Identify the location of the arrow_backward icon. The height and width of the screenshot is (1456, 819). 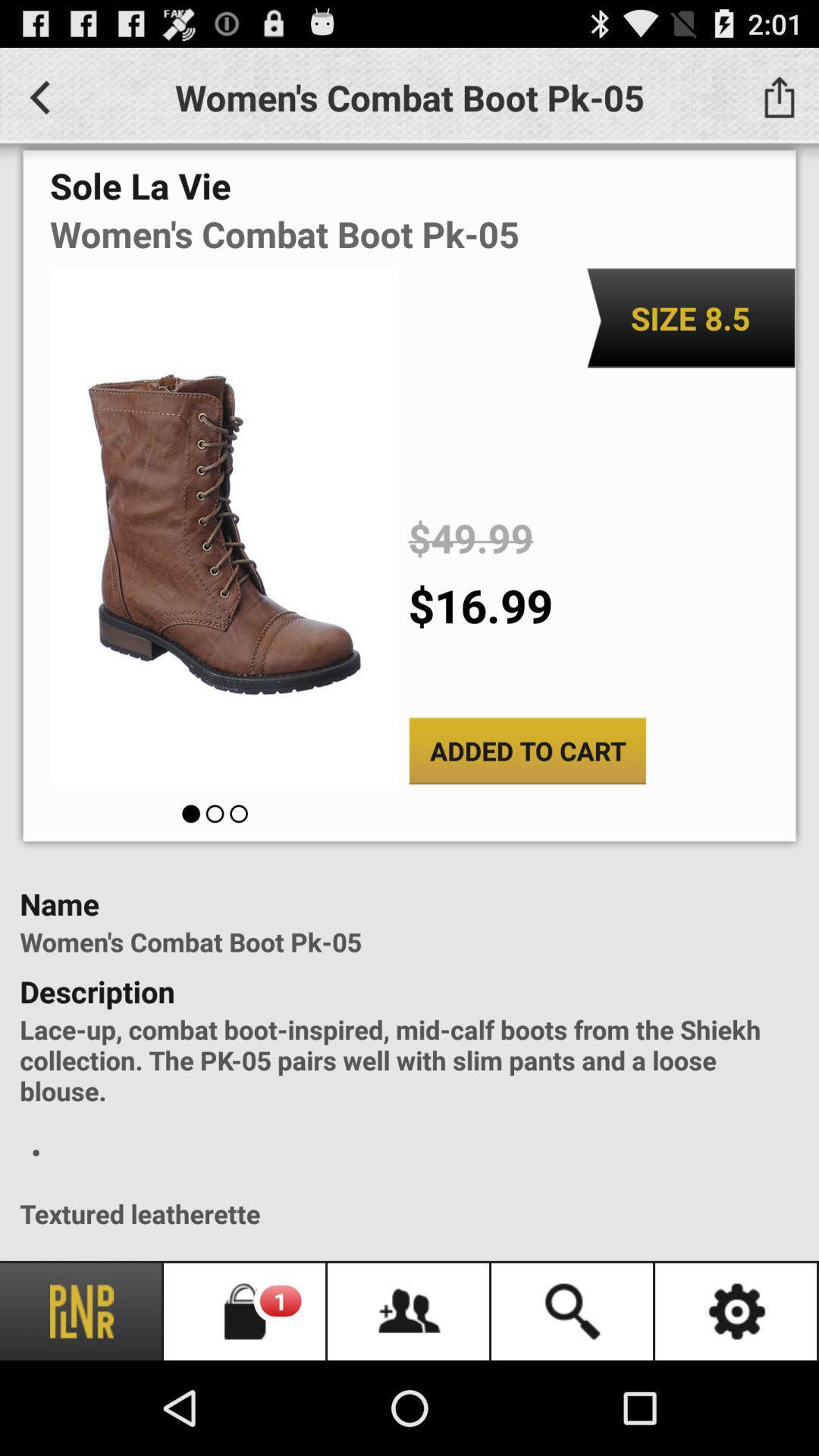
(39, 103).